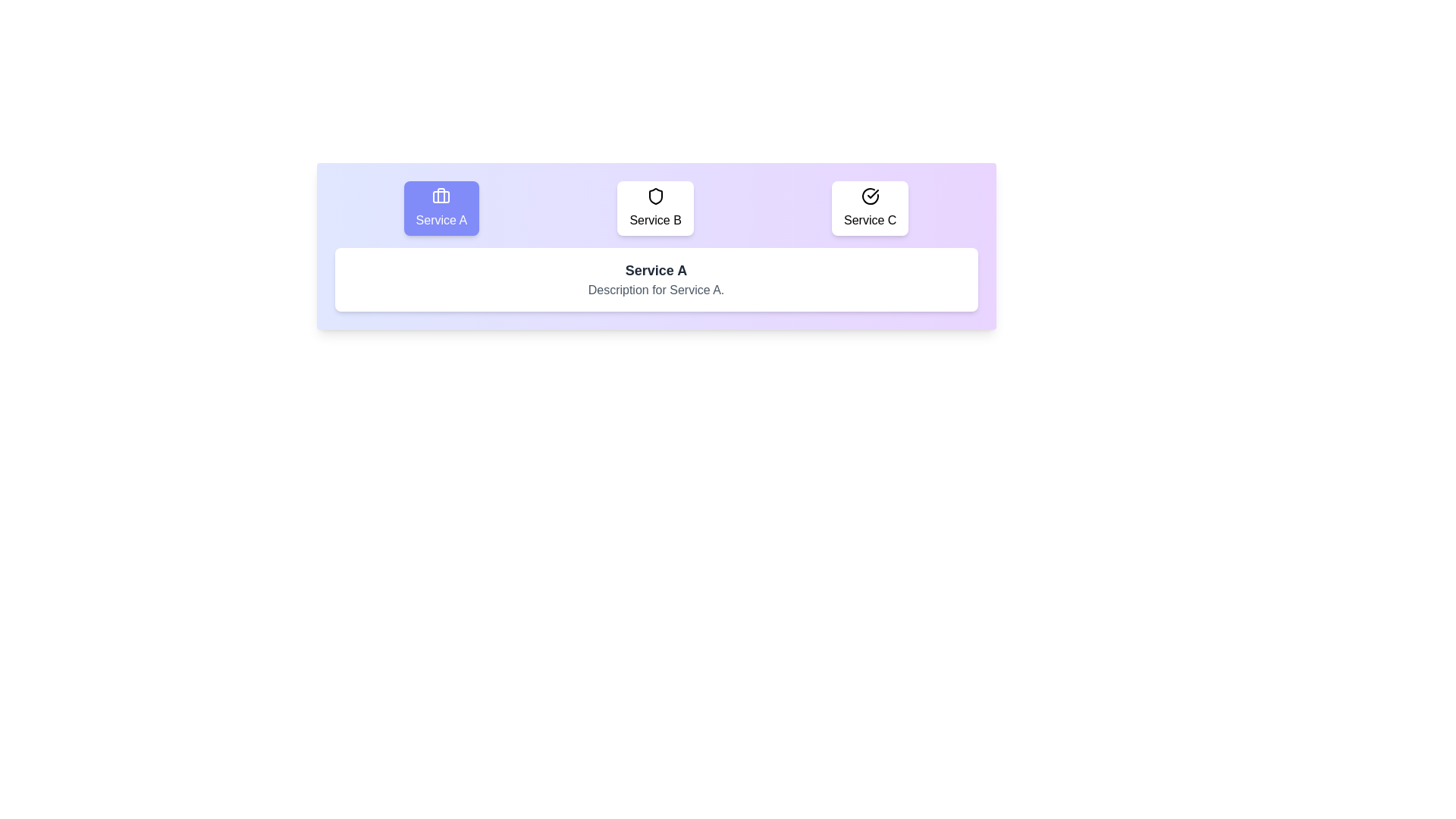 The width and height of the screenshot is (1456, 819). I want to click on the 'Service A' card within the interactive panel that features a gradient background from light indigo to purple, so click(656, 245).